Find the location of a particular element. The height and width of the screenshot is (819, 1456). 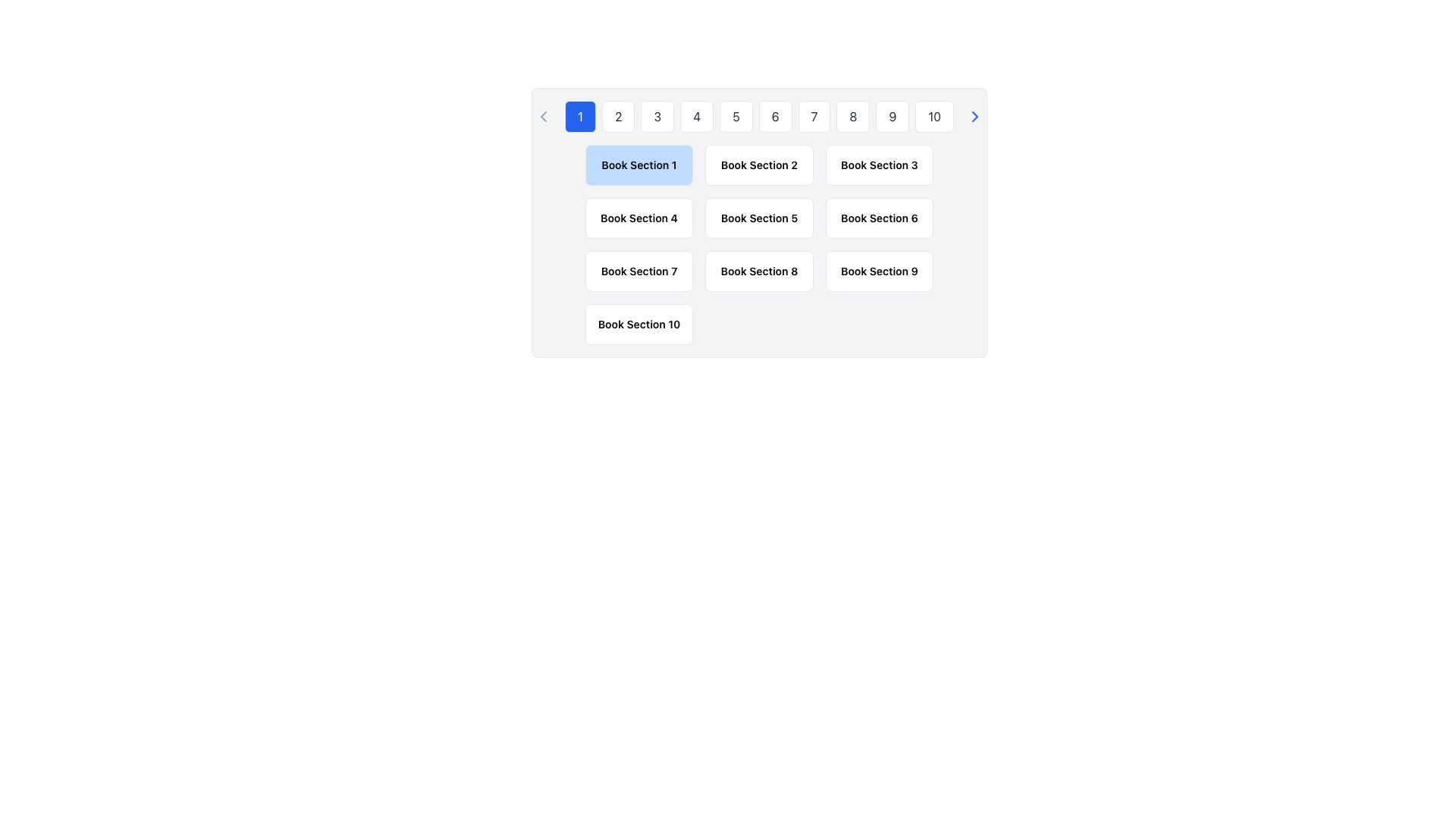

the button representing the number 9 in the pagination system to receive visual feedback is located at coordinates (893, 116).